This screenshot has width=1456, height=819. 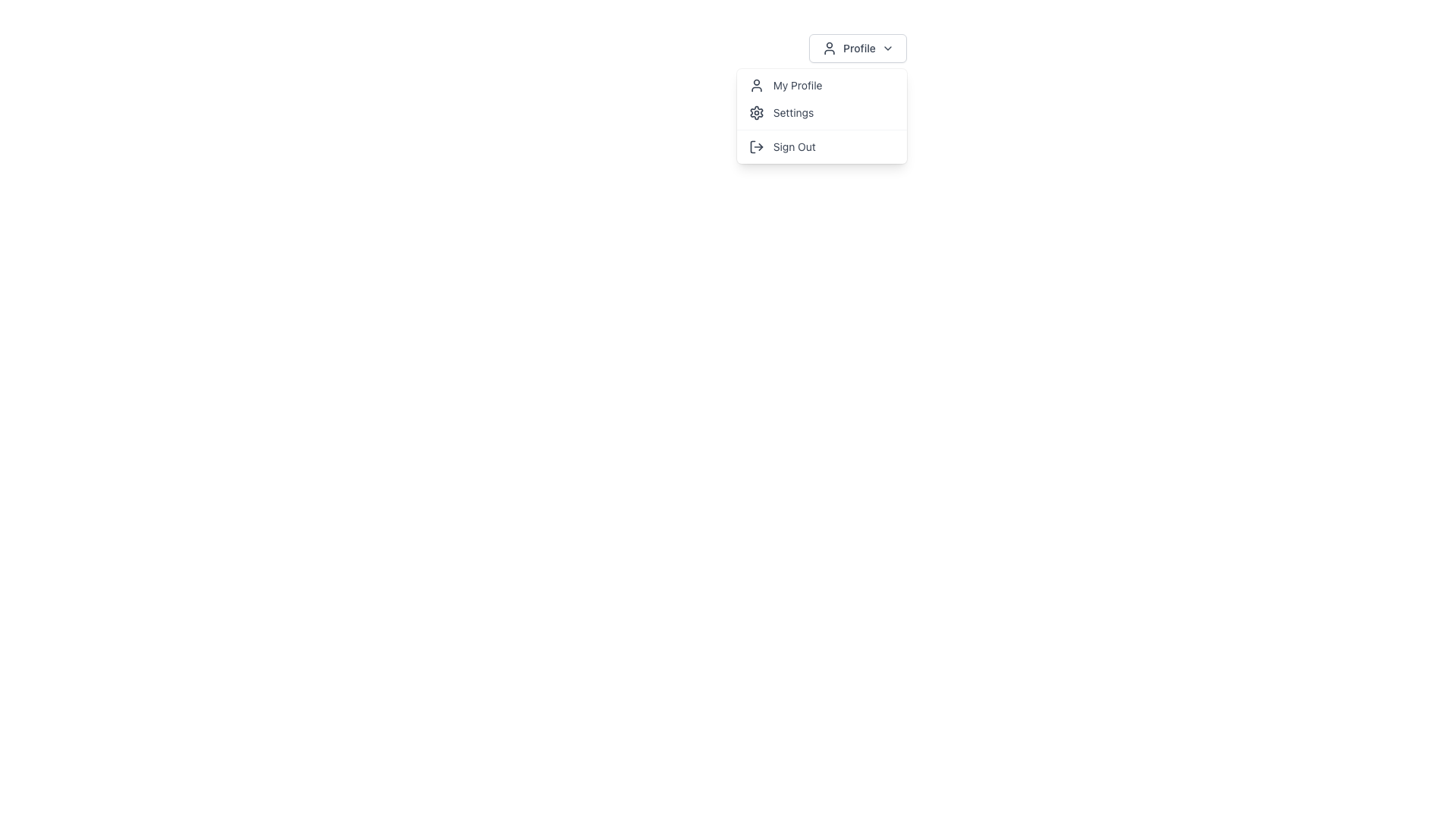 What do you see at coordinates (887, 48) in the screenshot?
I see `the downward-facing chevron icon next to the 'Profile' label` at bounding box center [887, 48].